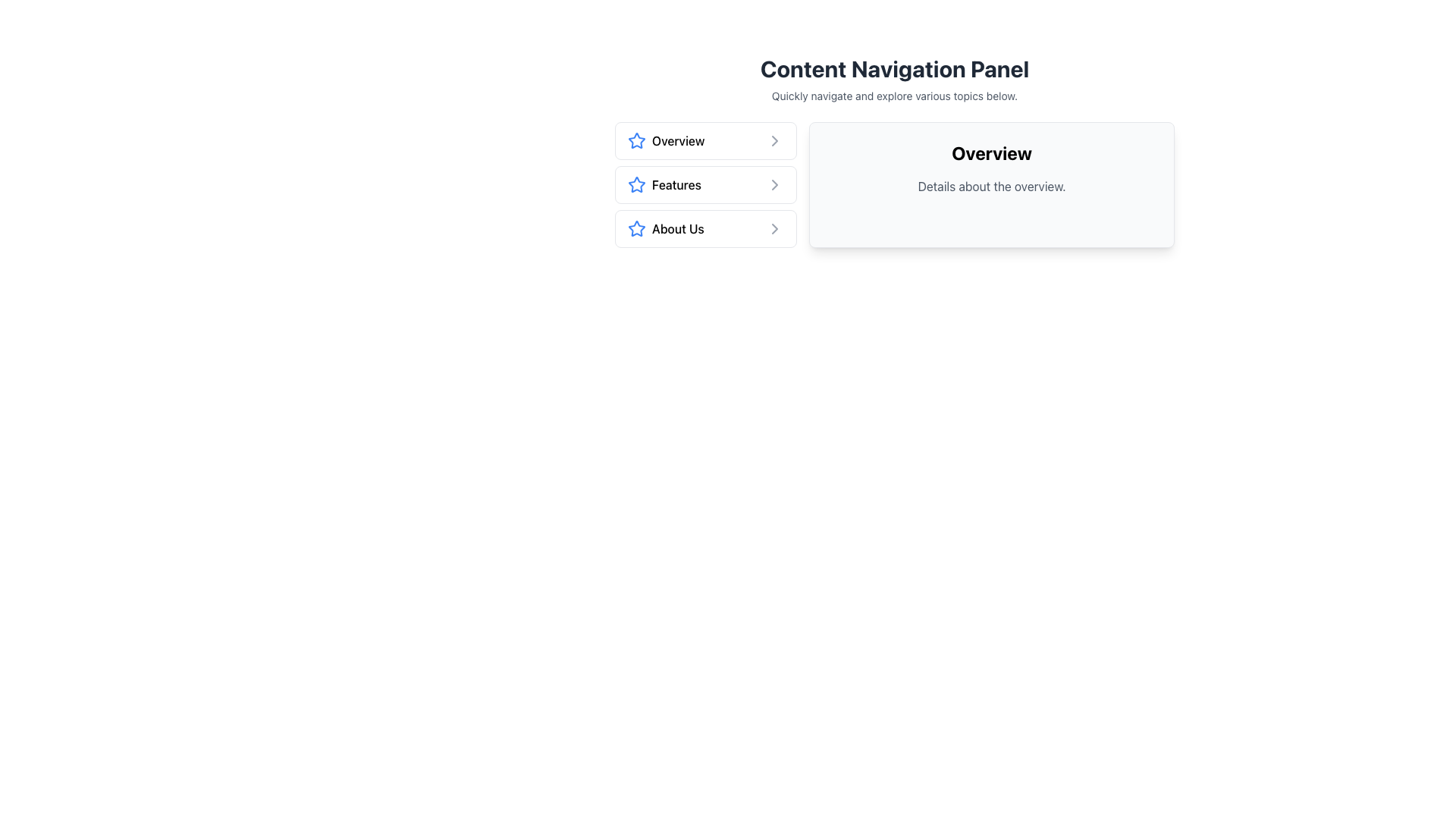 This screenshot has width=1456, height=819. I want to click on text displayed in the 'Content Navigation Panel' which includes the title and instructional phrase, so click(895, 79).